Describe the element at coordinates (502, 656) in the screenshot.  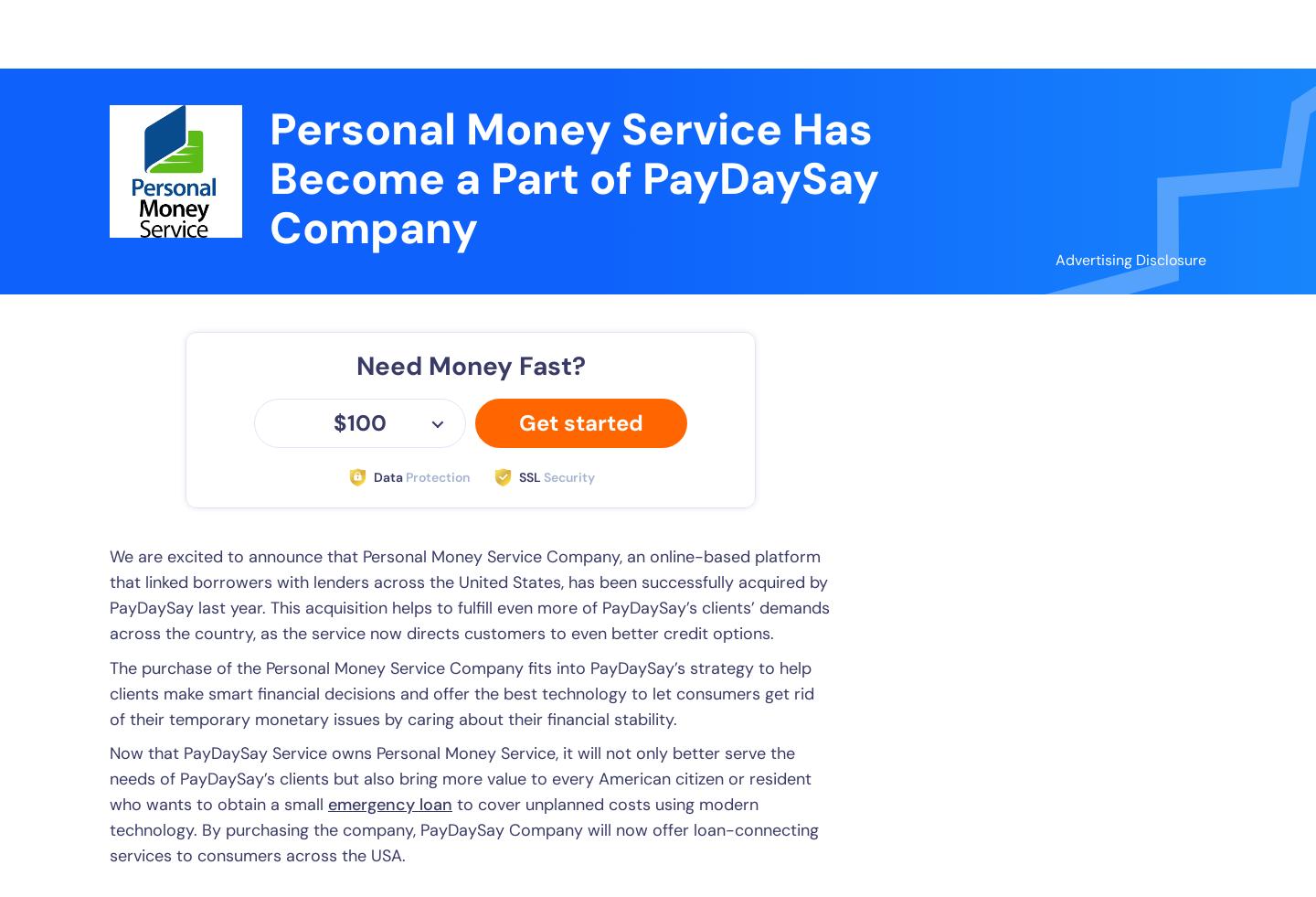
I see `'$5000'` at that location.